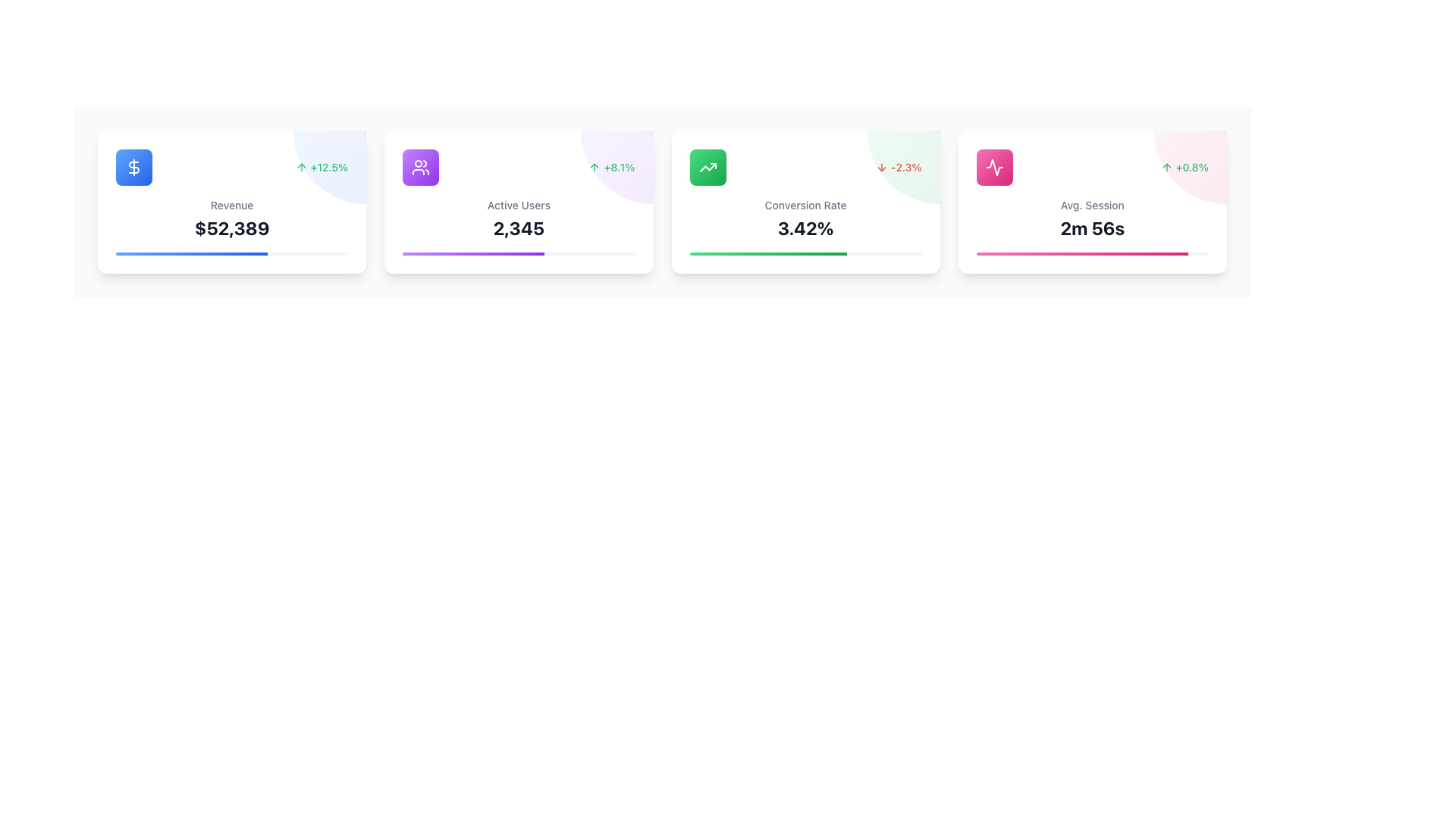  Describe the element at coordinates (519, 253) in the screenshot. I see `the progress bar located at the bottom of the 'Active Users' card, which visually represents percentage completion` at that location.